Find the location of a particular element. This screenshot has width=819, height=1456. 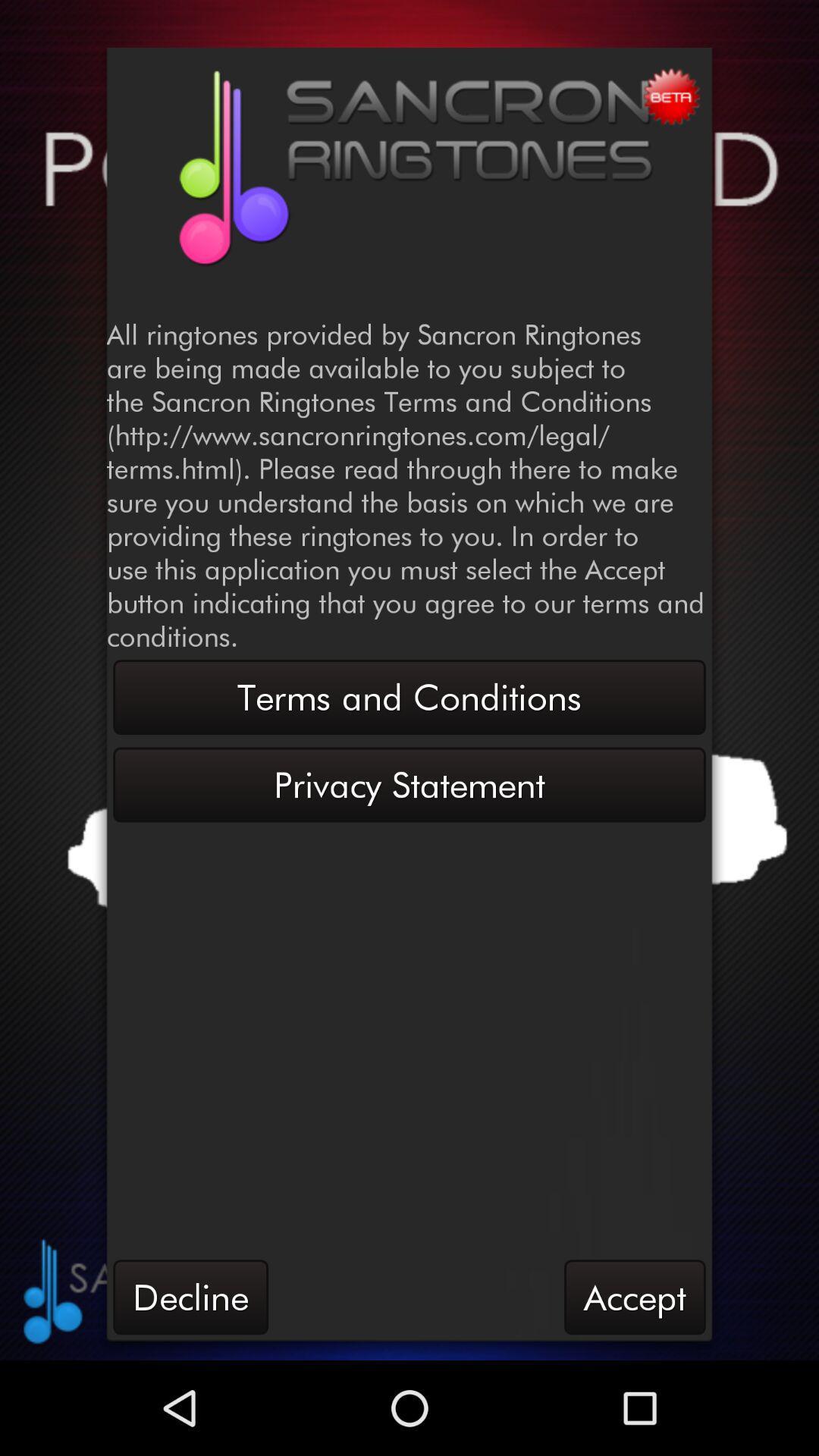

button below terms and conditions icon is located at coordinates (409, 785).